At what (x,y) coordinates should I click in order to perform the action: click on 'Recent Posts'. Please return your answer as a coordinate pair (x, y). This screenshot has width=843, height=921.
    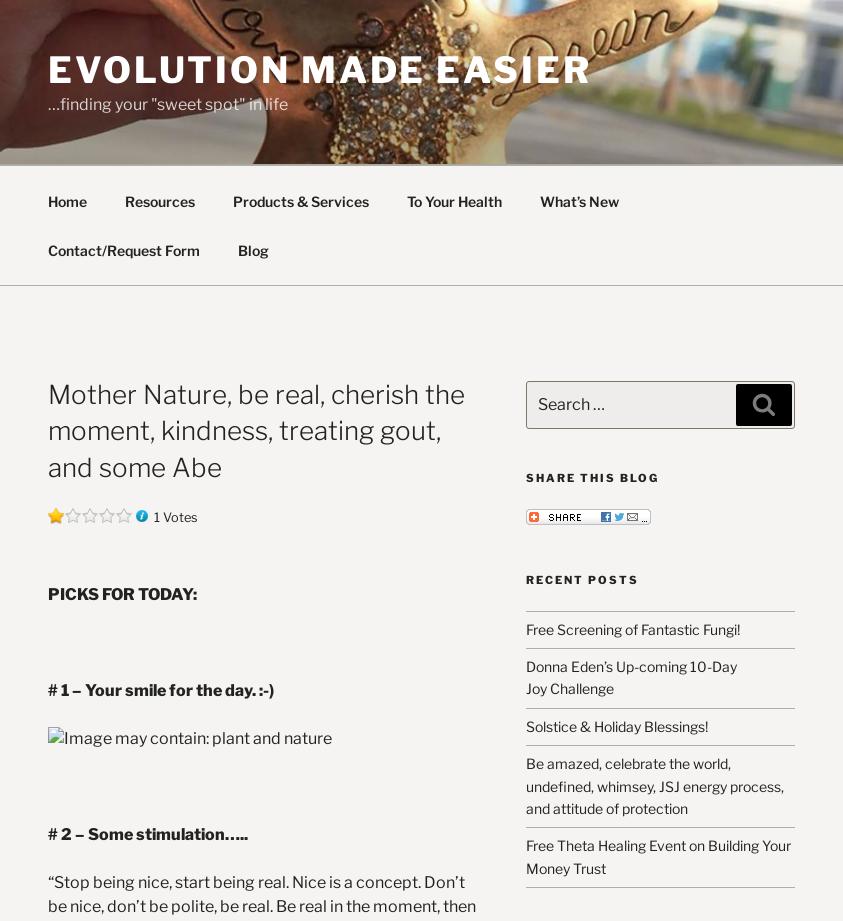
    Looking at the image, I should click on (581, 579).